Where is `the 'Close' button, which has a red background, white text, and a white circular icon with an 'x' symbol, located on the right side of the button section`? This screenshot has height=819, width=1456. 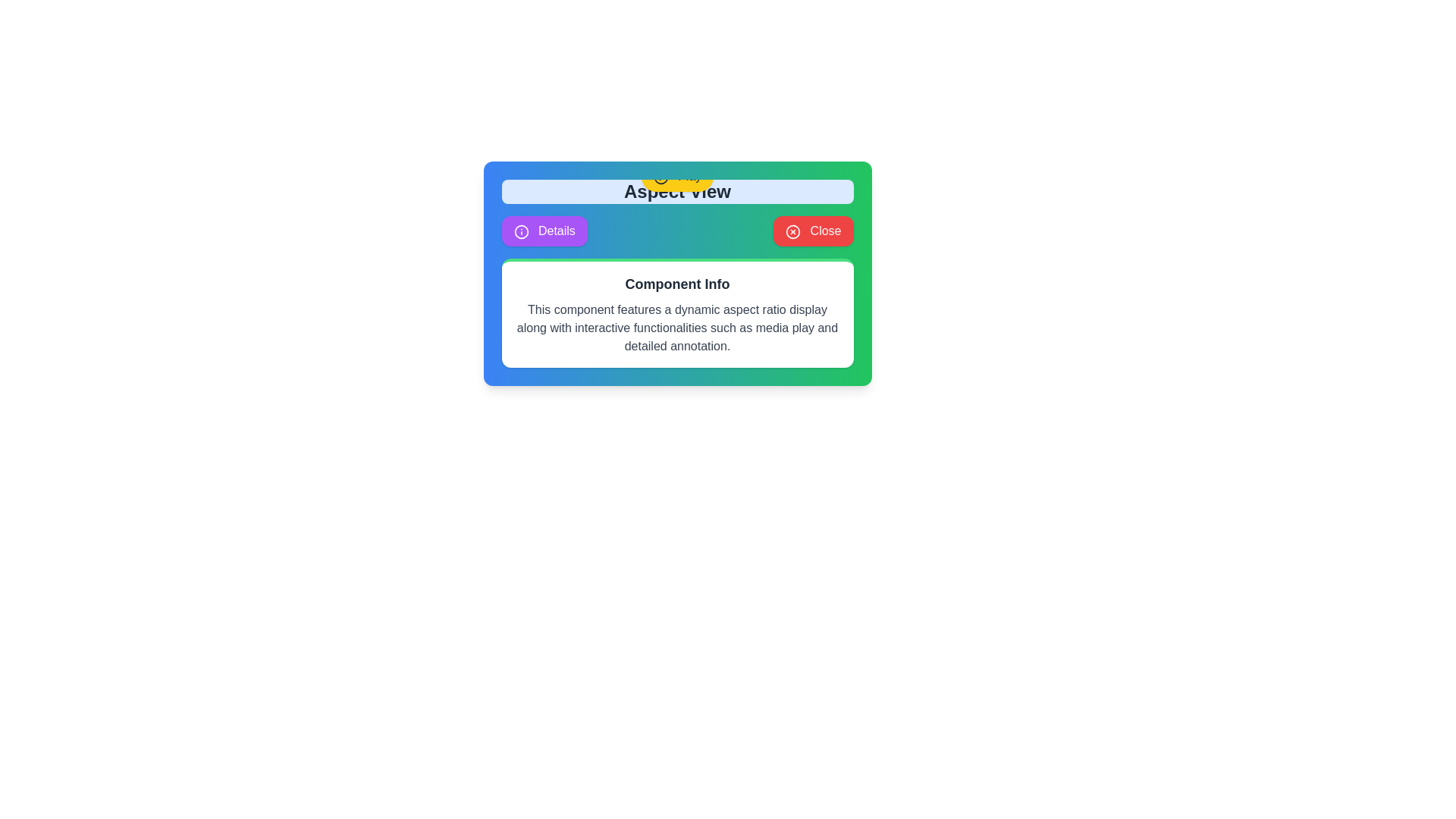
the 'Close' button, which has a red background, white text, and a white circular icon with an 'x' symbol, located on the right side of the button section is located at coordinates (812, 231).